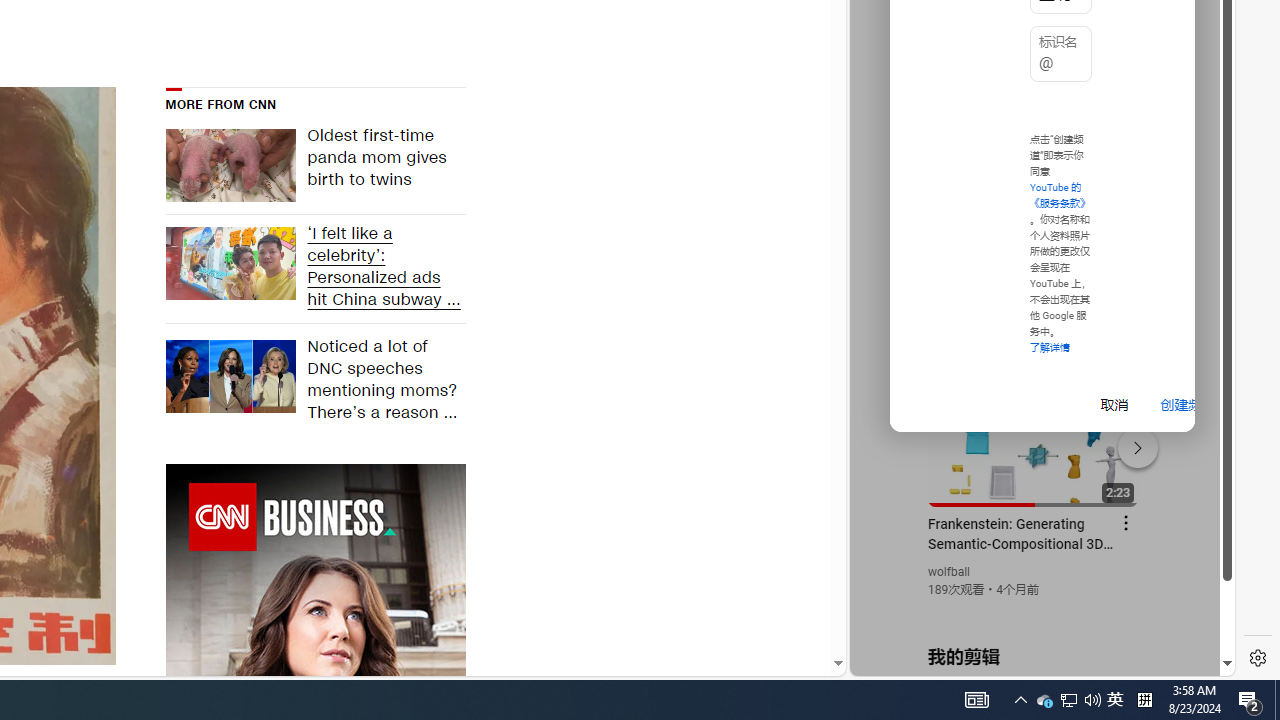 Image resolution: width=1280 pixels, height=720 pixels. What do you see at coordinates (1034, 431) in the screenshot?
I see `'YouTube'` at bounding box center [1034, 431].